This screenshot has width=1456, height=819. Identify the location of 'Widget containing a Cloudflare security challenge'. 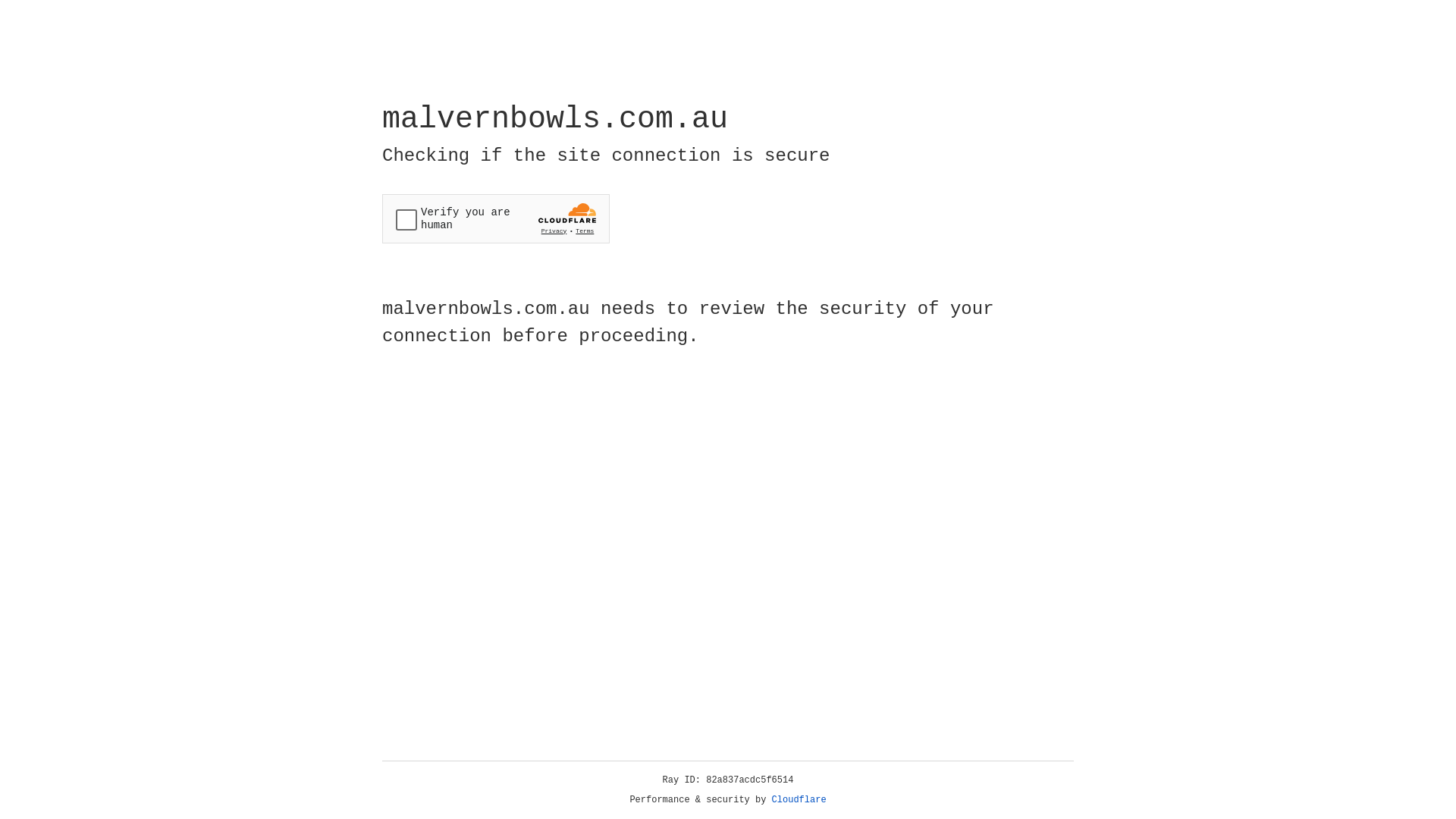
(495, 218).